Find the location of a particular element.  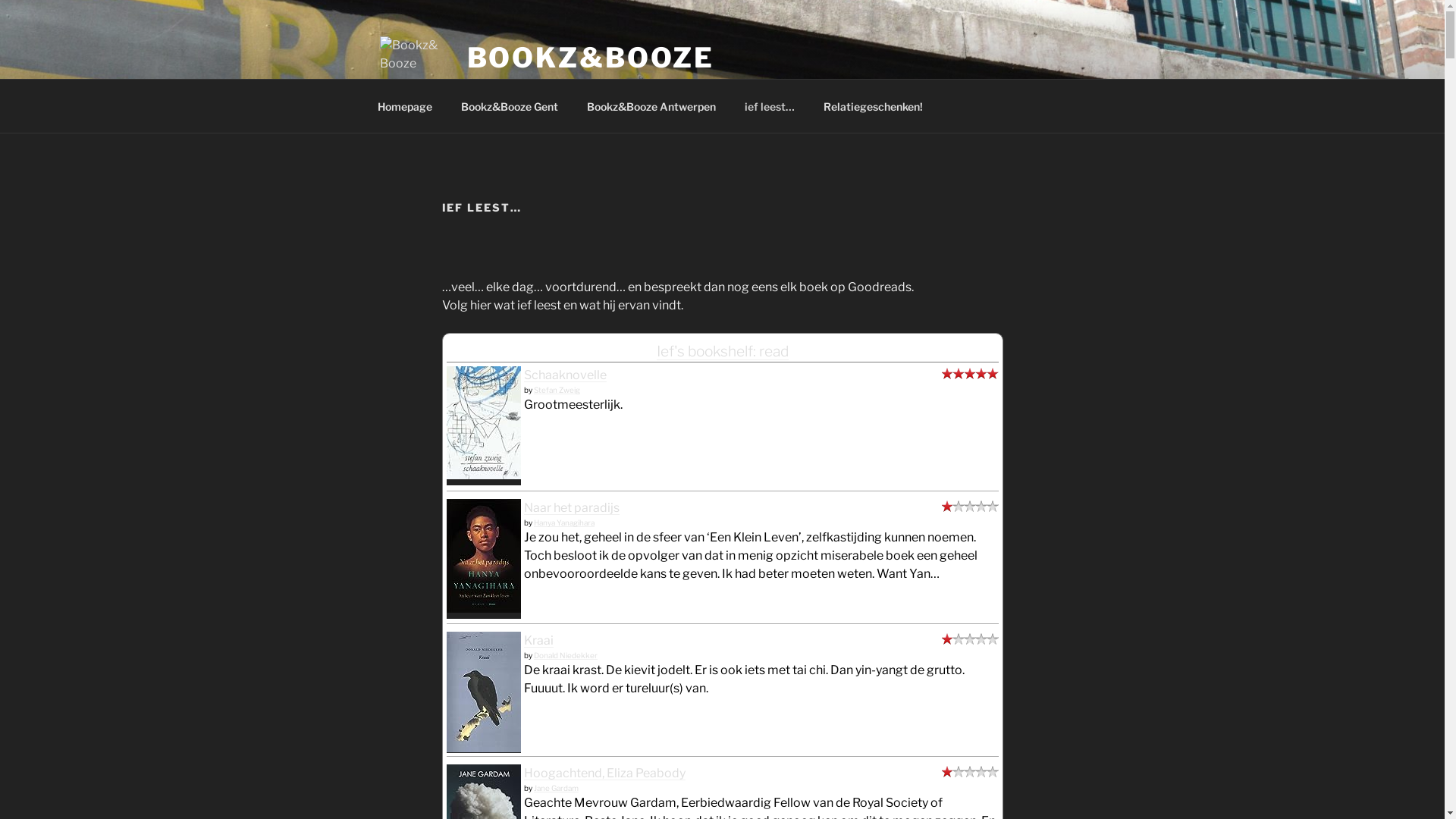

'Kraai' is located at coordinates (538, 640).